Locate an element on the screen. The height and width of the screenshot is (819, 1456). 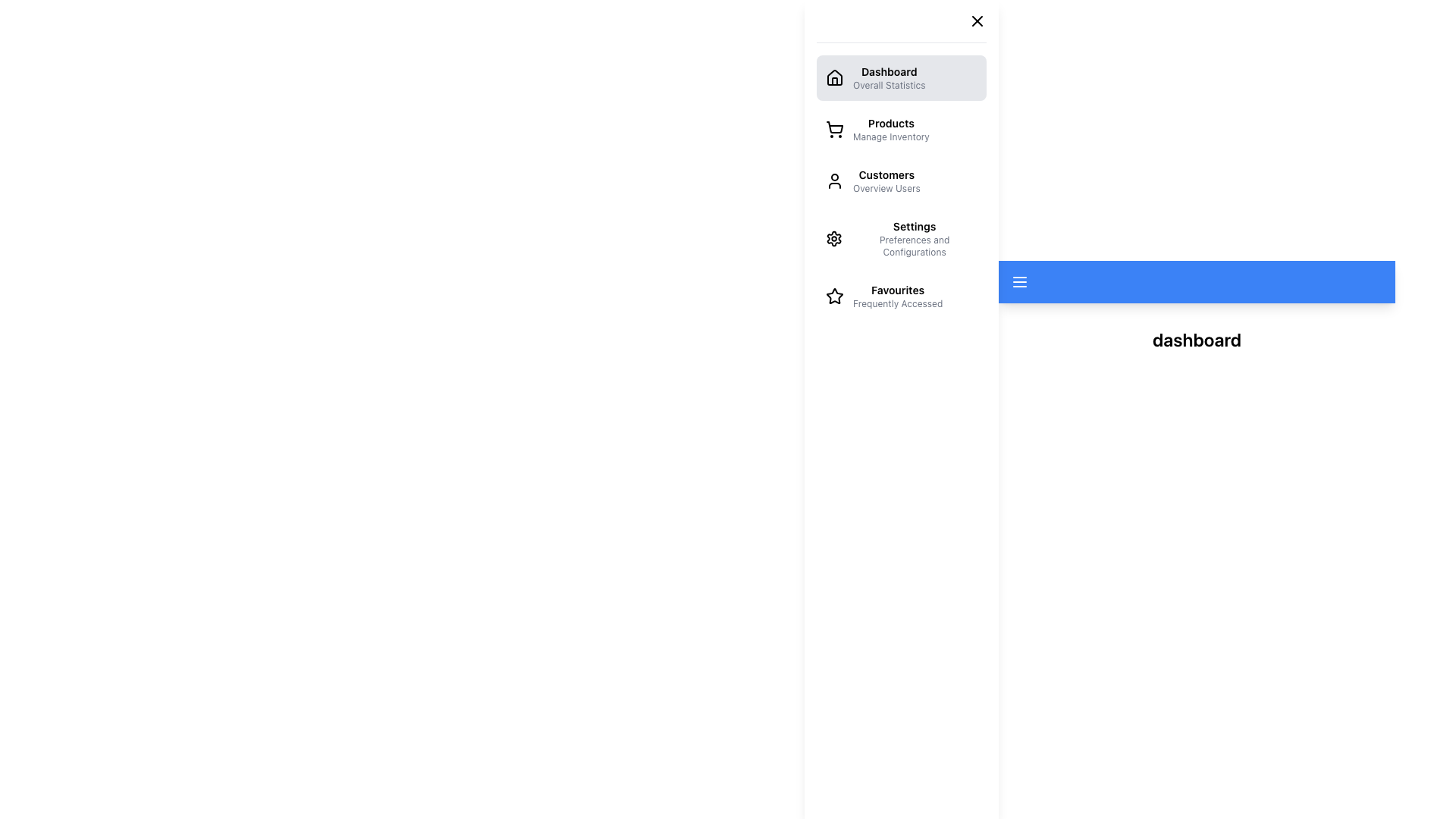
the Products icon in the vertical menu on the left sidebar, which serves as an indicative icon for the Products section is located at coordinates (833, 128).